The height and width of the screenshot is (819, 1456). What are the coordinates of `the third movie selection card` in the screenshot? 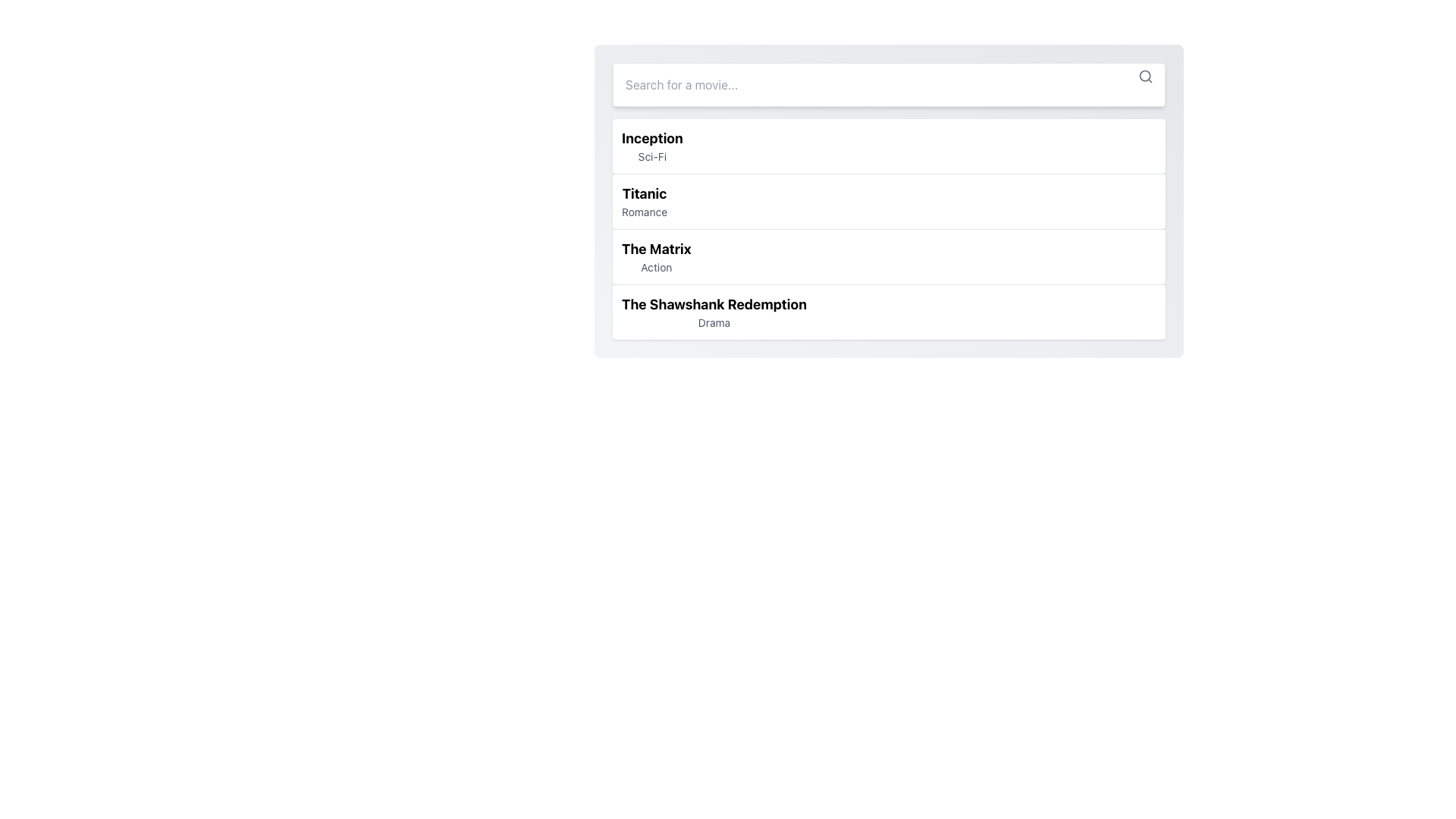 It's located at (889, 256).